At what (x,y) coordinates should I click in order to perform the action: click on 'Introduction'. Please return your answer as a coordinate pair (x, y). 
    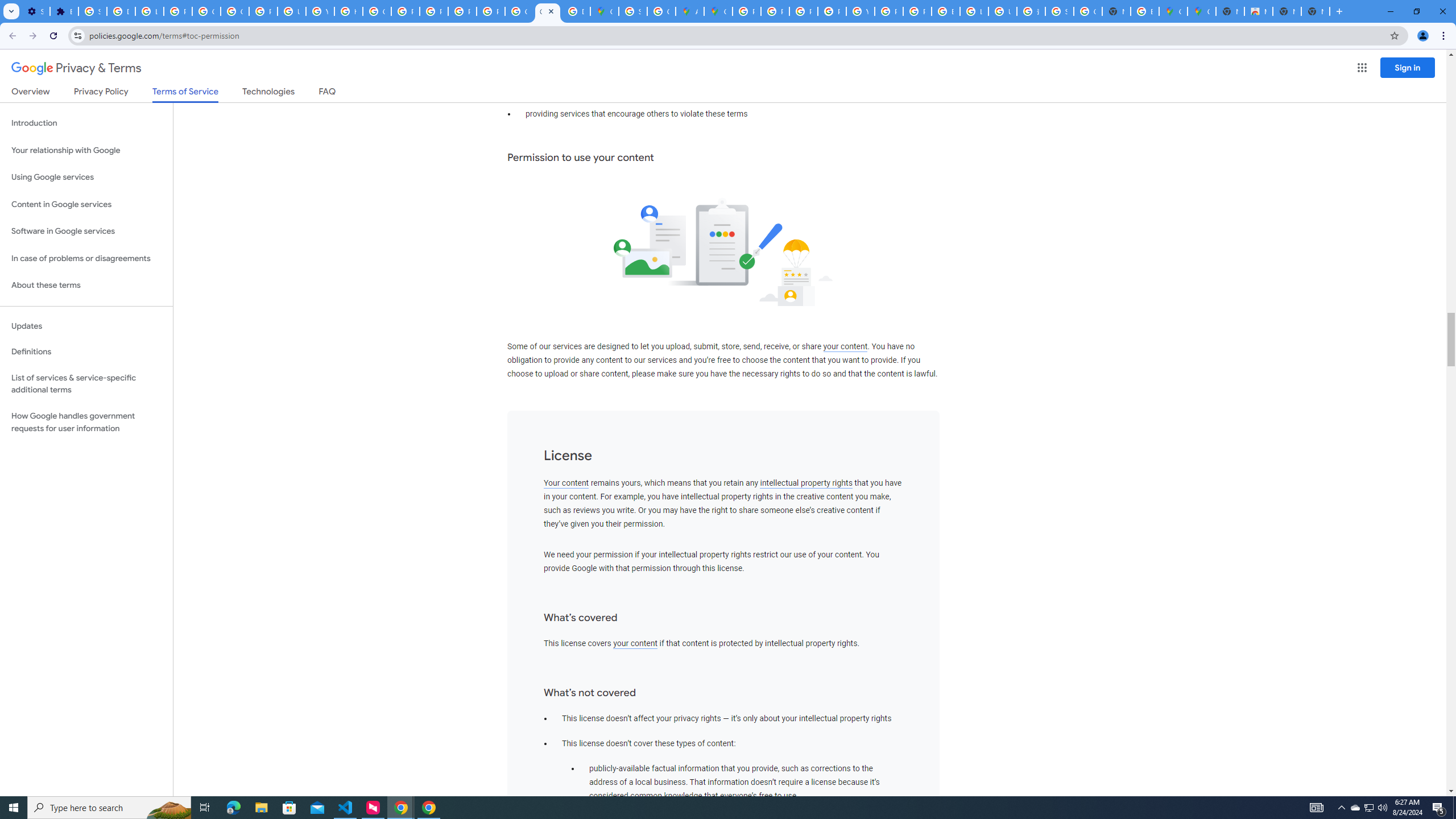
    Looking at the image, I should click on (86, 122).